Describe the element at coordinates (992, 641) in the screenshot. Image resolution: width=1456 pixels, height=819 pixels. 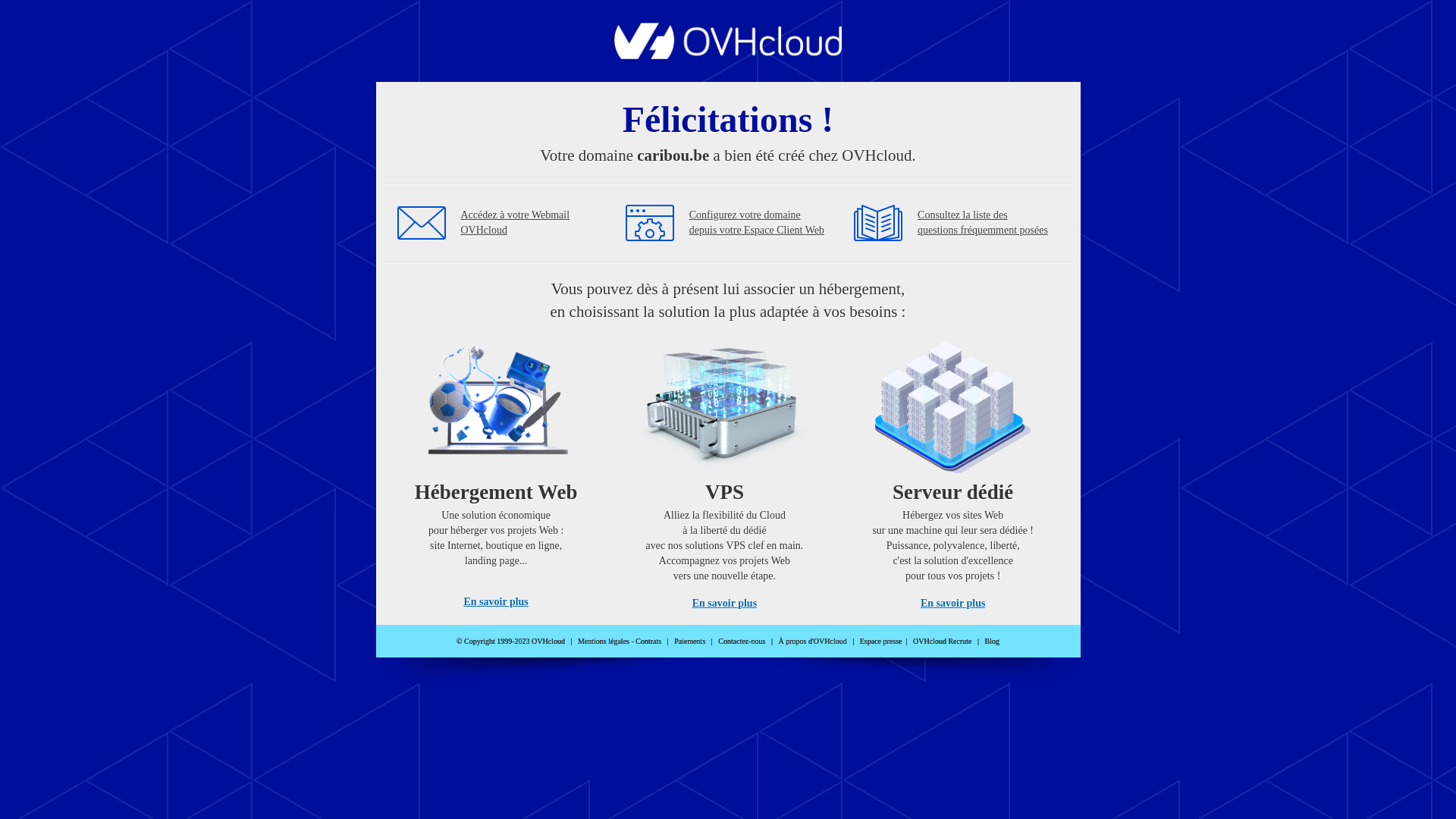
I see `'Blog'` at that location.